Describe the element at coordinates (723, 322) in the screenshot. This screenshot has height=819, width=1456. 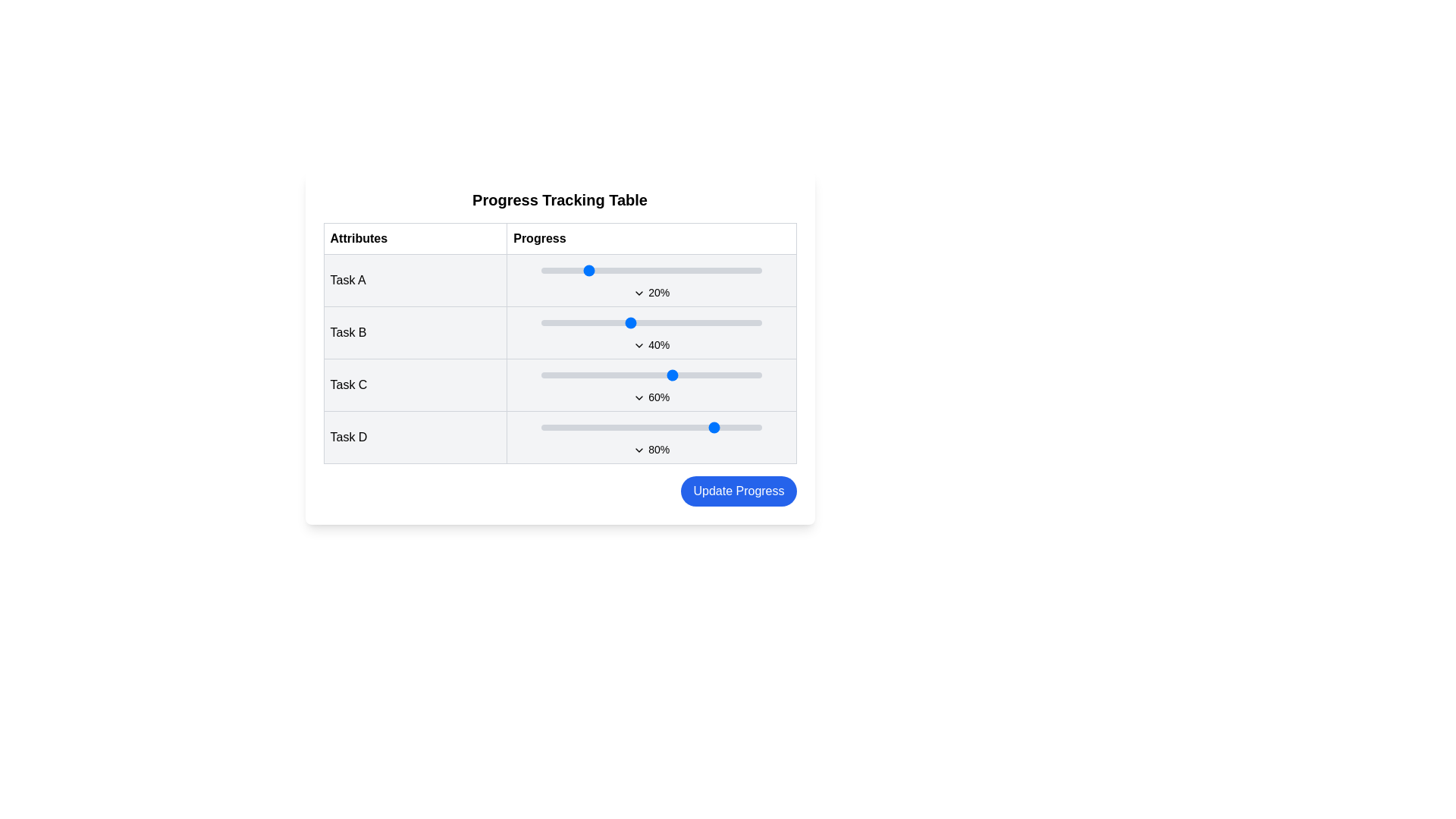
I see `the progress of Task B` at that location.